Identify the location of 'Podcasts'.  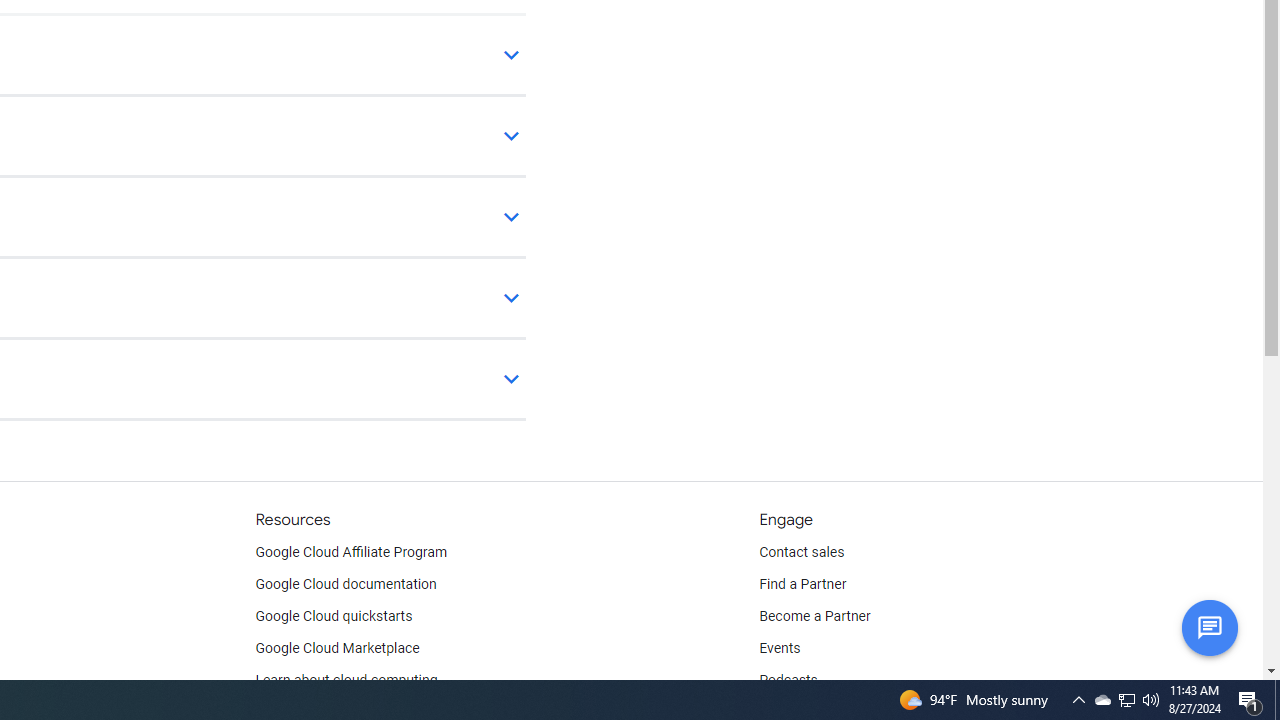
(787, 680).